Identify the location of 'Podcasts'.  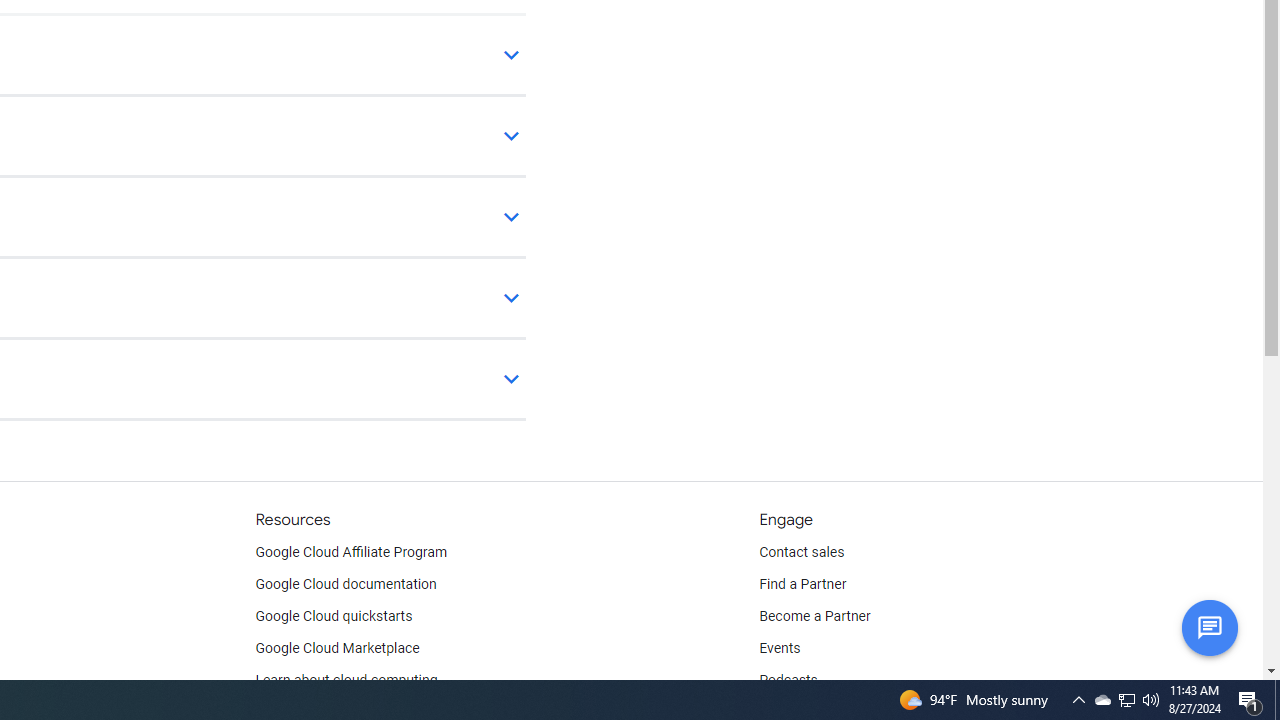
(787, 680).